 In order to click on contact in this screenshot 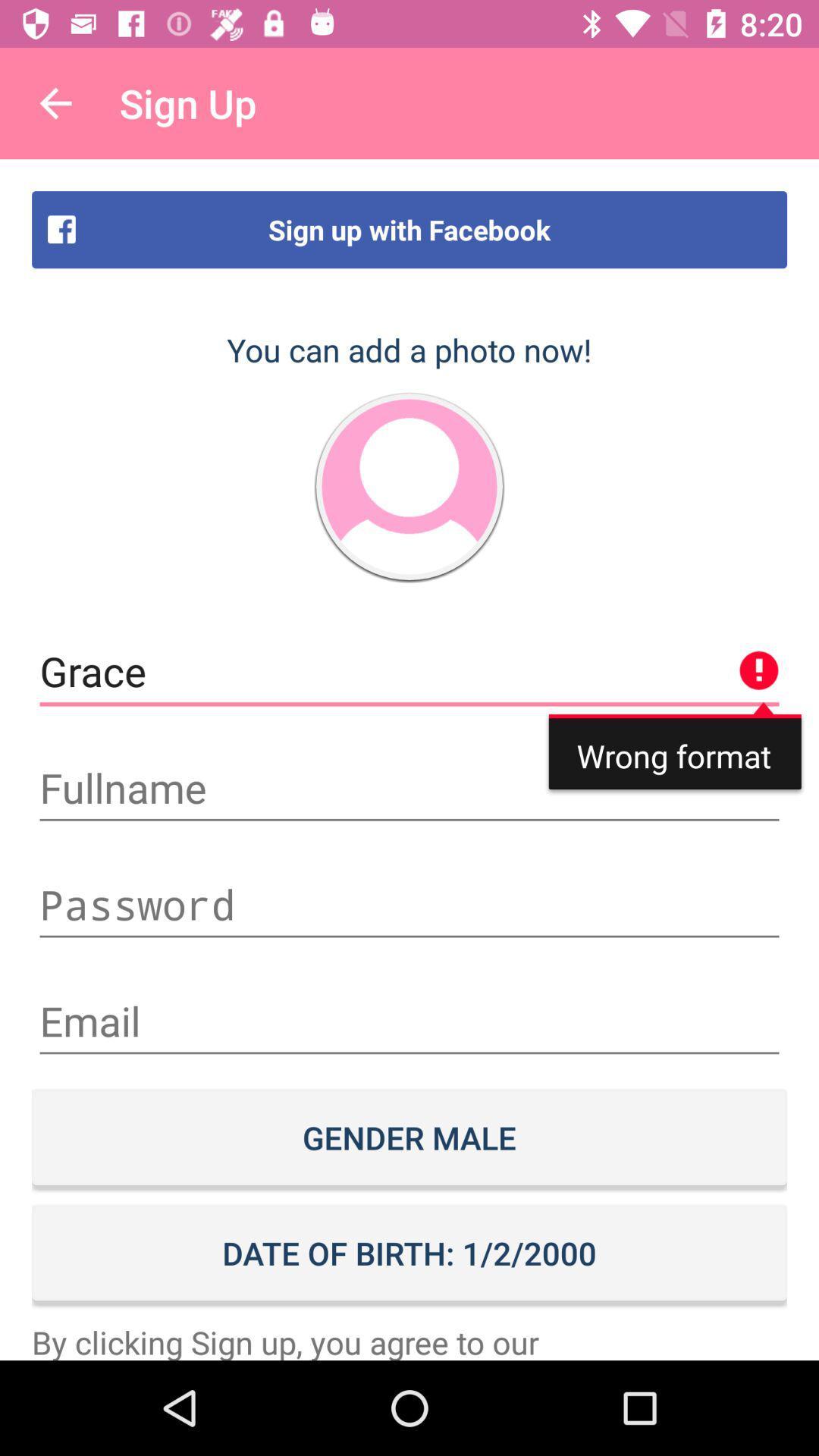, I will do `click(409, 487)`.